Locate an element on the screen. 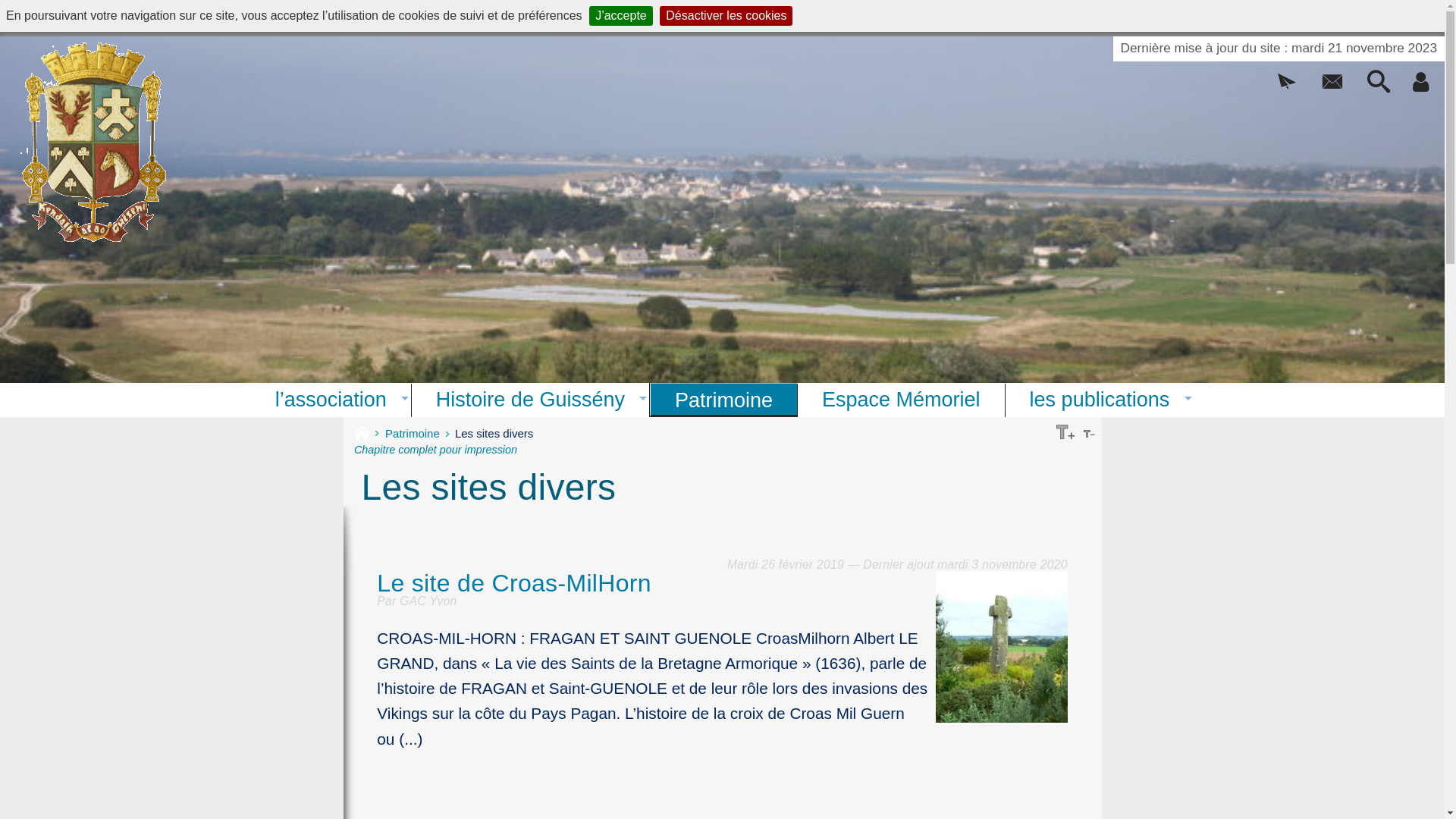 Image resolution: width=1456 pixels, height=819 pixels. 'Patrimoine' is located at coordinates (419, 433).